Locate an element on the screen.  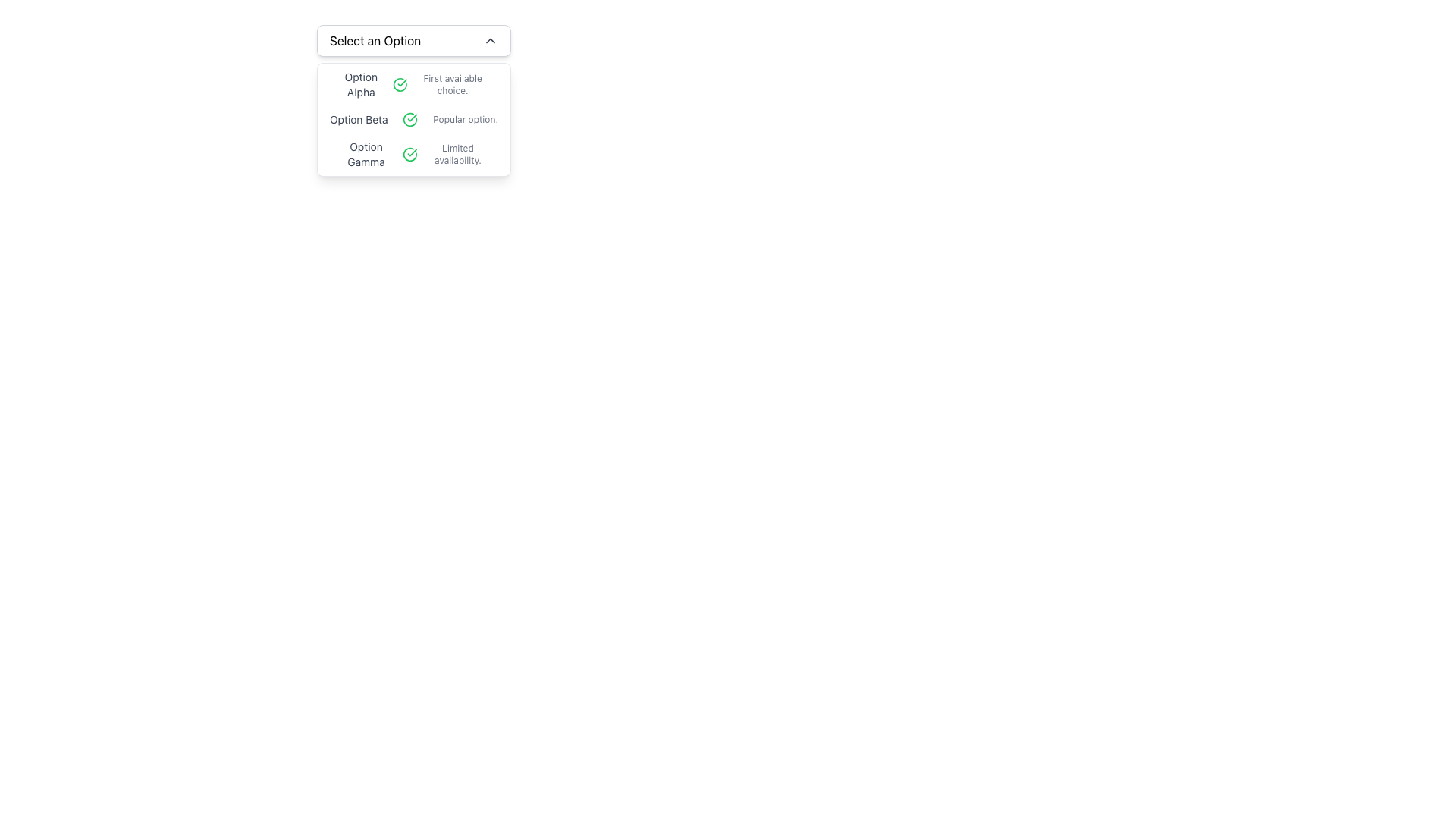
the first item 'Option Alpha' in the dropdown list is located at coordinates (414, 84).